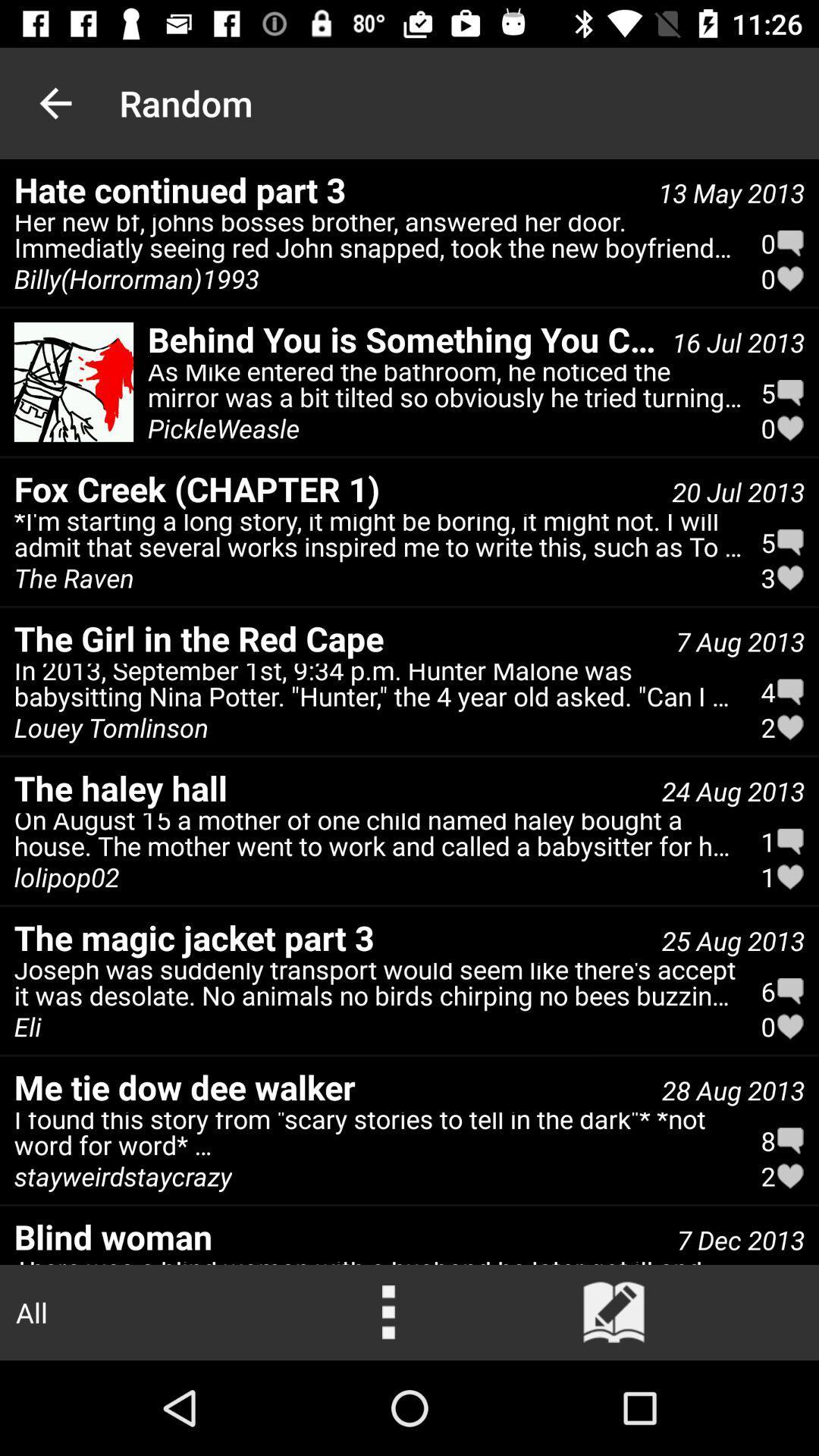 This screenshot has width=819, height=1456. Describe the element at coordinates (66, 877) in the screenshot. I see `icon above the the magic jacket item` at that location.